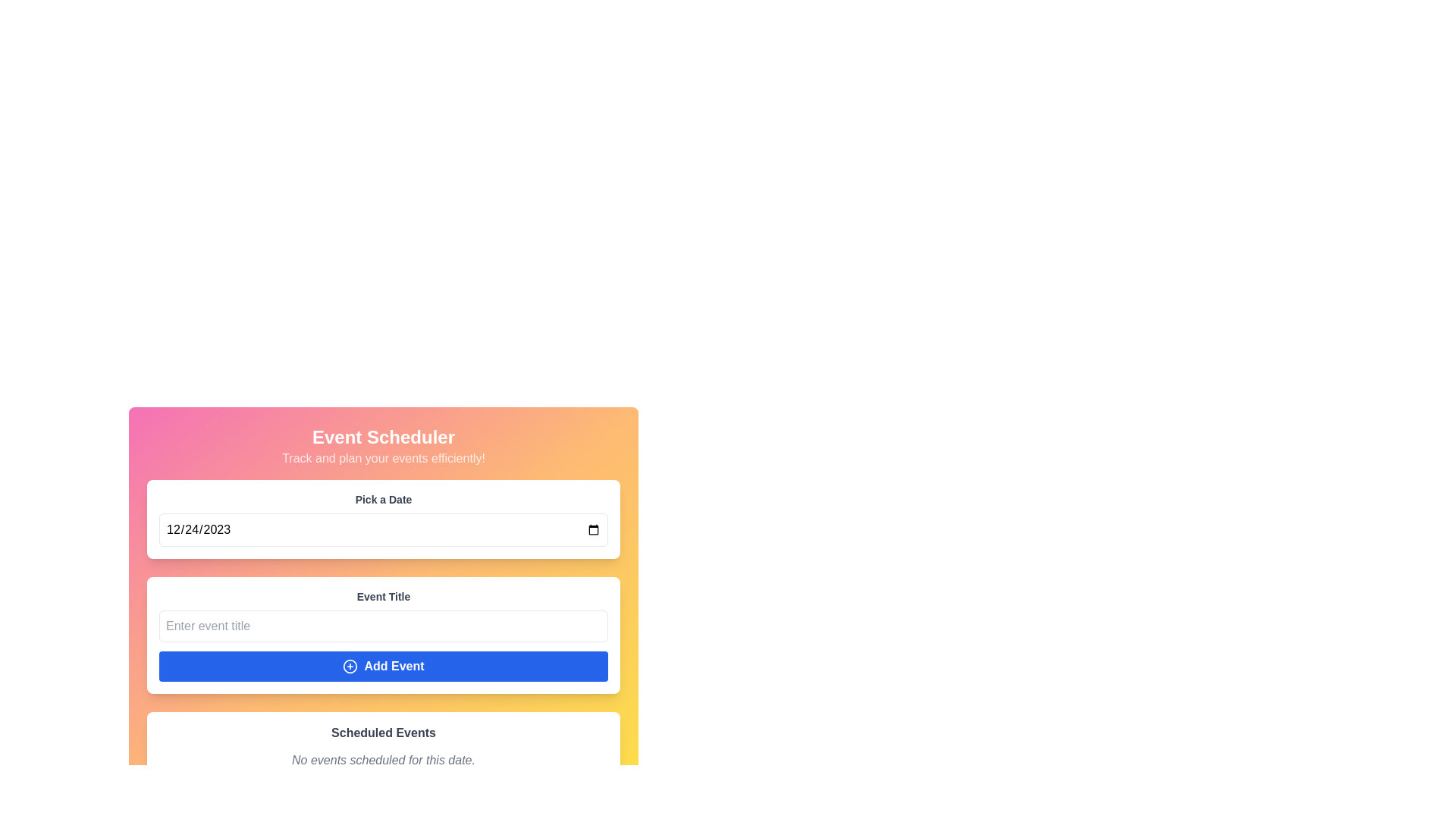 The height and width of the screenshot is (819, 1456). Describe the element at coordinates (350, 666) in the screenshot. I see `the icon representing the action of adding an event, which is located at the center-left section of the 'Add Event' button below the 'Event Title' input field` at that location.